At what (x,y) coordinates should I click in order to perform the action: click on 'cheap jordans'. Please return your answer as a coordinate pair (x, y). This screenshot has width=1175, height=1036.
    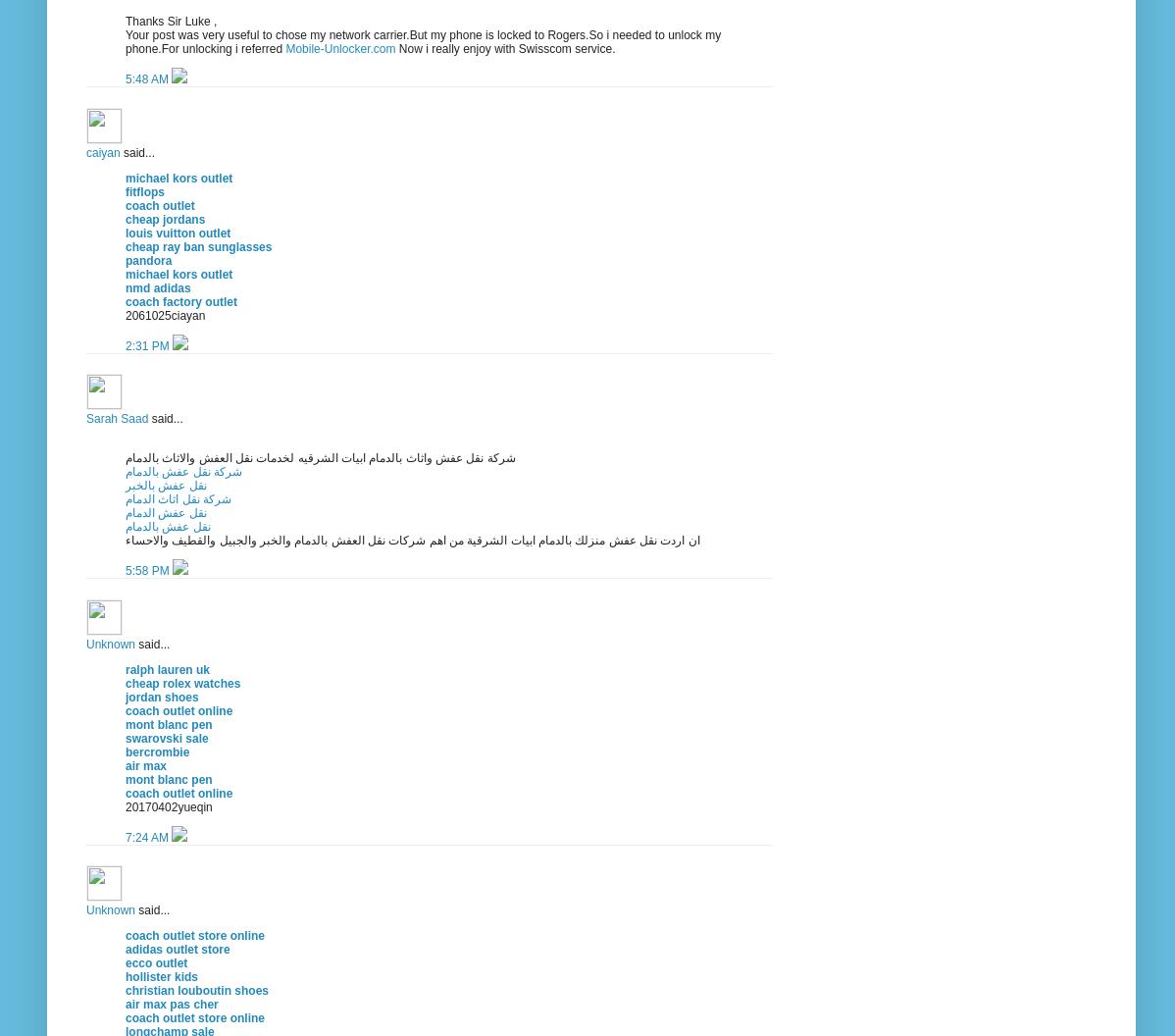
    Looking at the image, I should click on (164, 218).